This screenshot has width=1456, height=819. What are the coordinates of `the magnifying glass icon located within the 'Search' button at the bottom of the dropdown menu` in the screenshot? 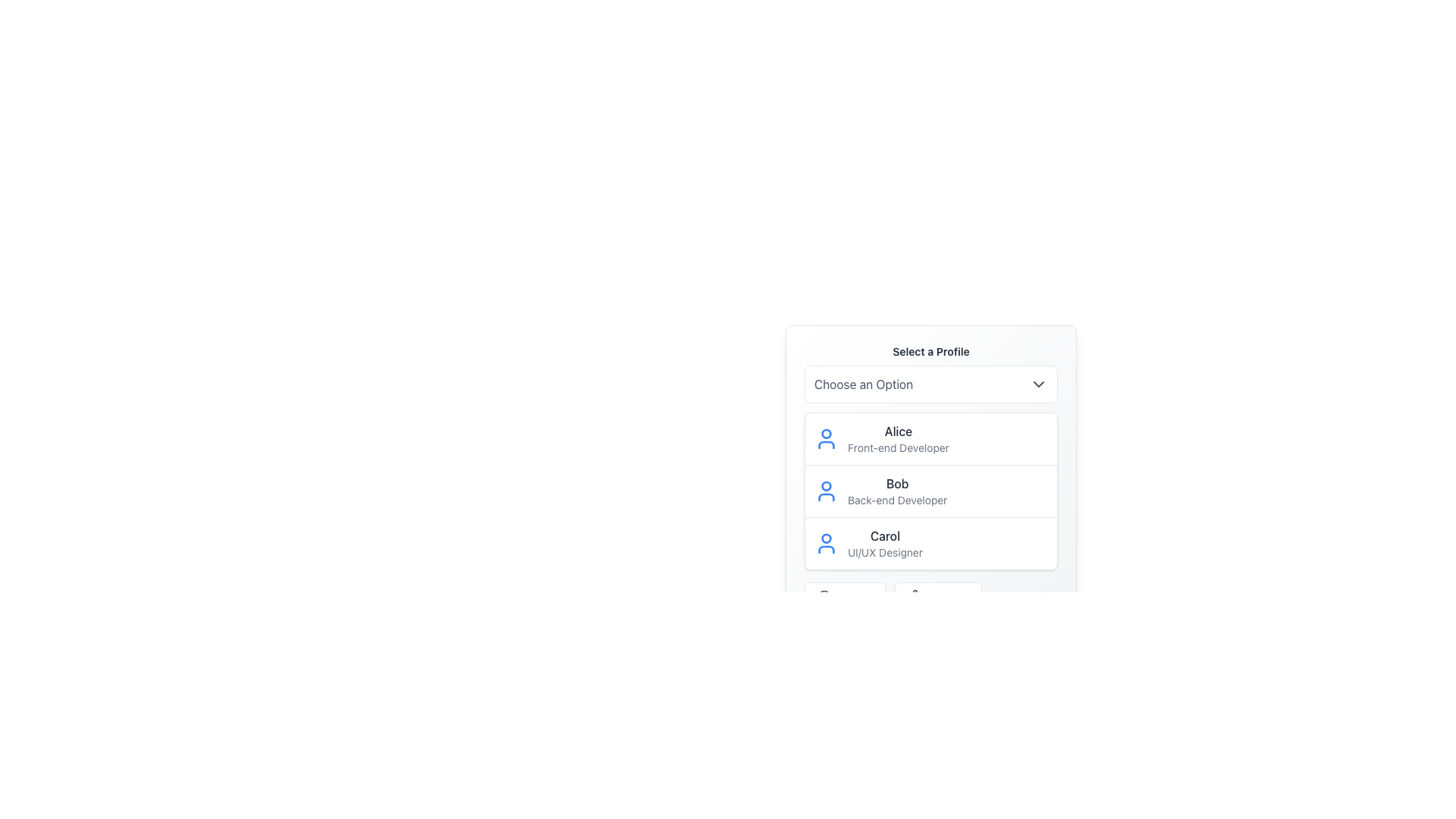 It's located at (824, 595).